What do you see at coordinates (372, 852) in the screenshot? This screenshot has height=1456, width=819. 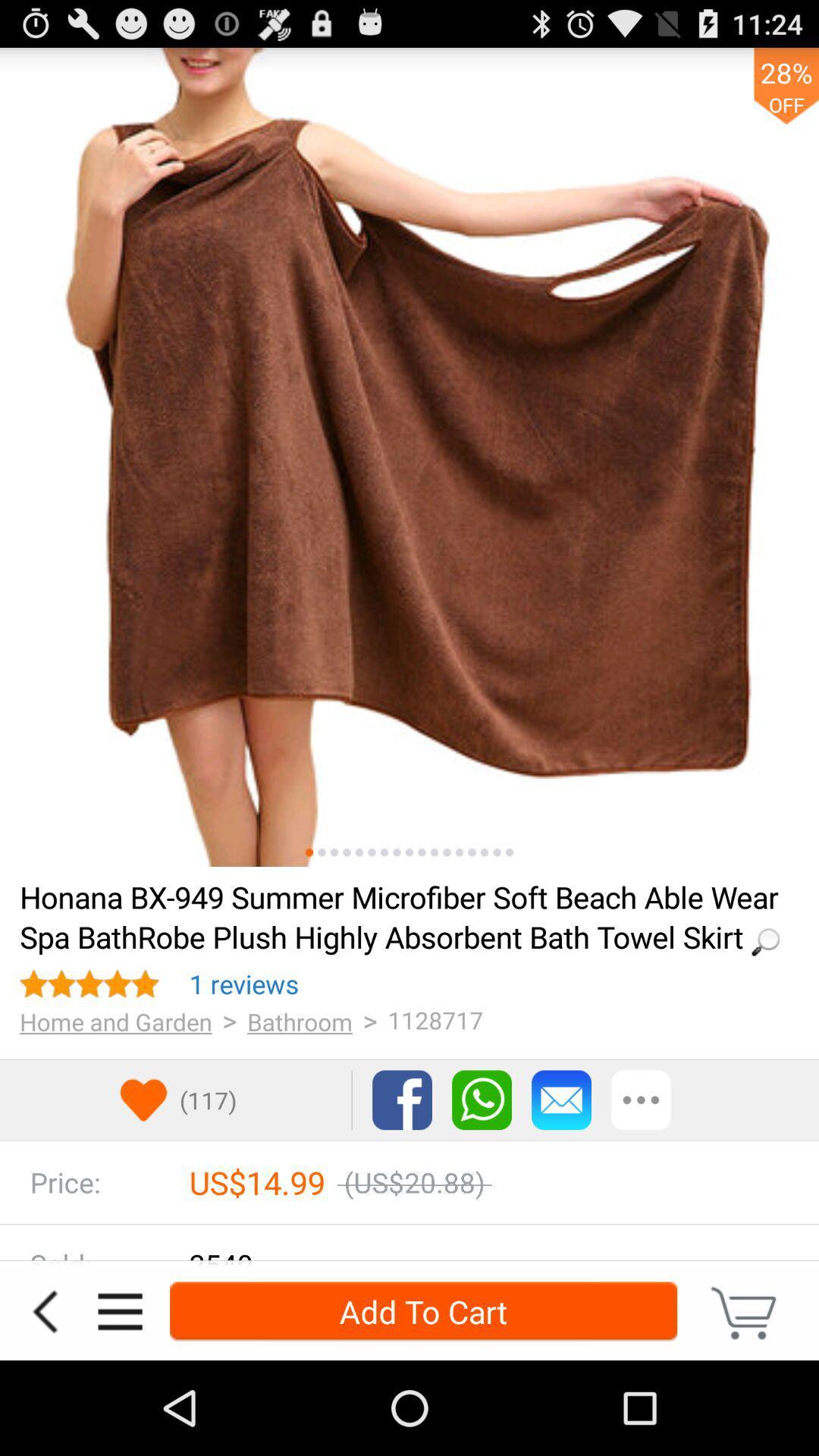 I see `choose another photo` at bounding box center [372, 852].